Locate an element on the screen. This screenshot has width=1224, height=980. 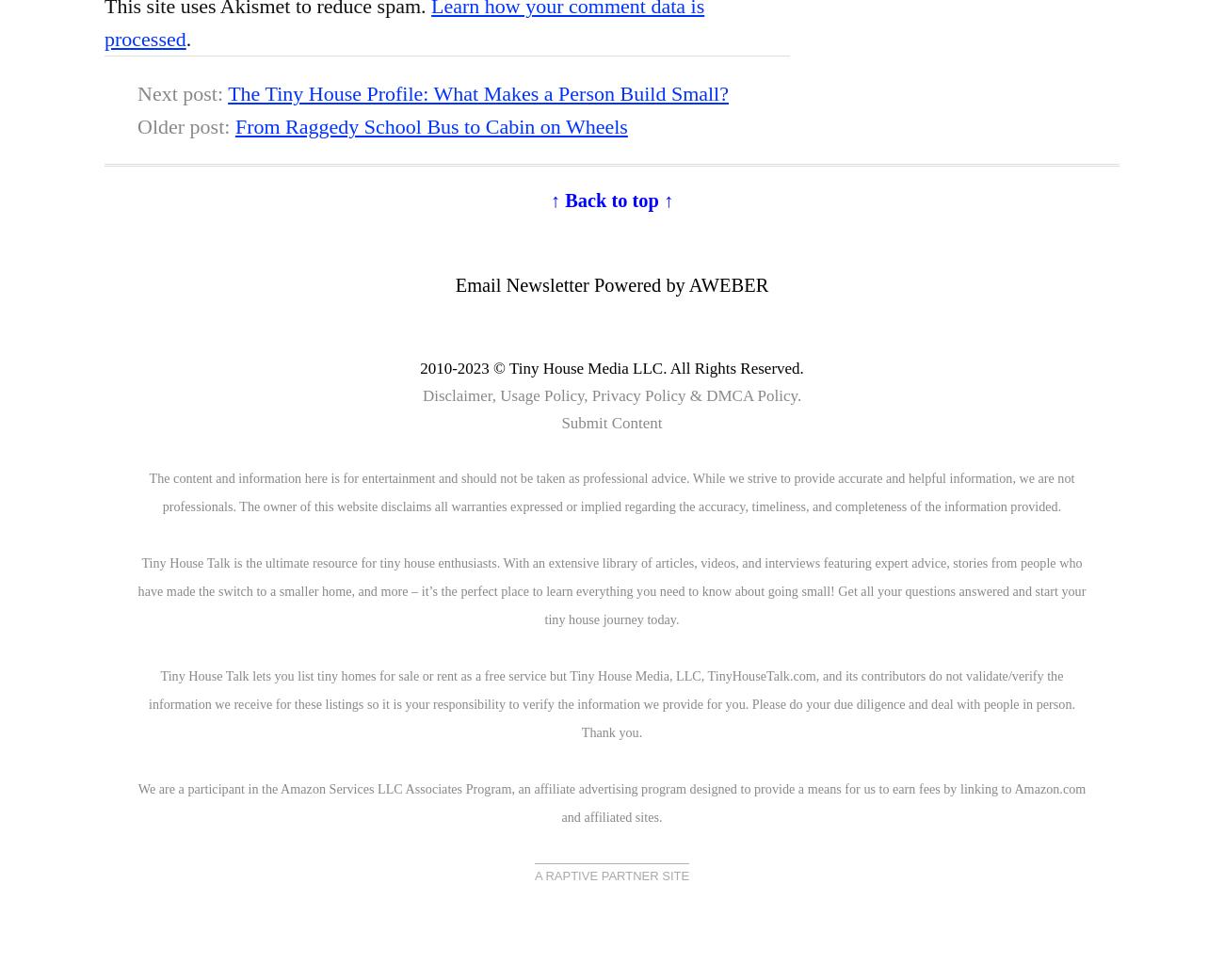
'Disclaimer, Usage Policy, Privacy Policy & DMCA Policy' is located at coordinates (609, 394).